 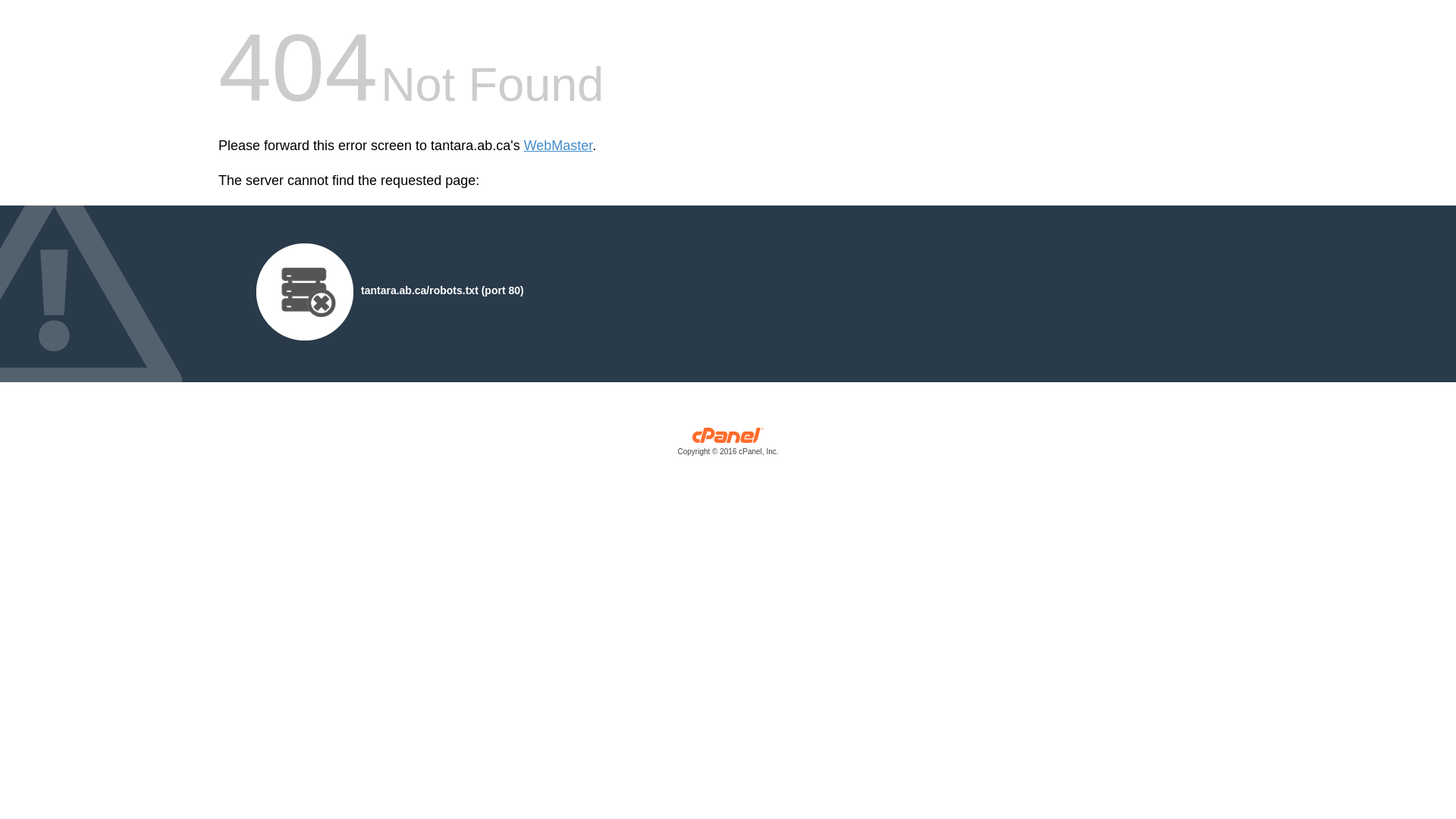 What do you see at coordinates (557, 146) in the screenshot?
I see `'WebMaster'` at bounding box center [557, 146].